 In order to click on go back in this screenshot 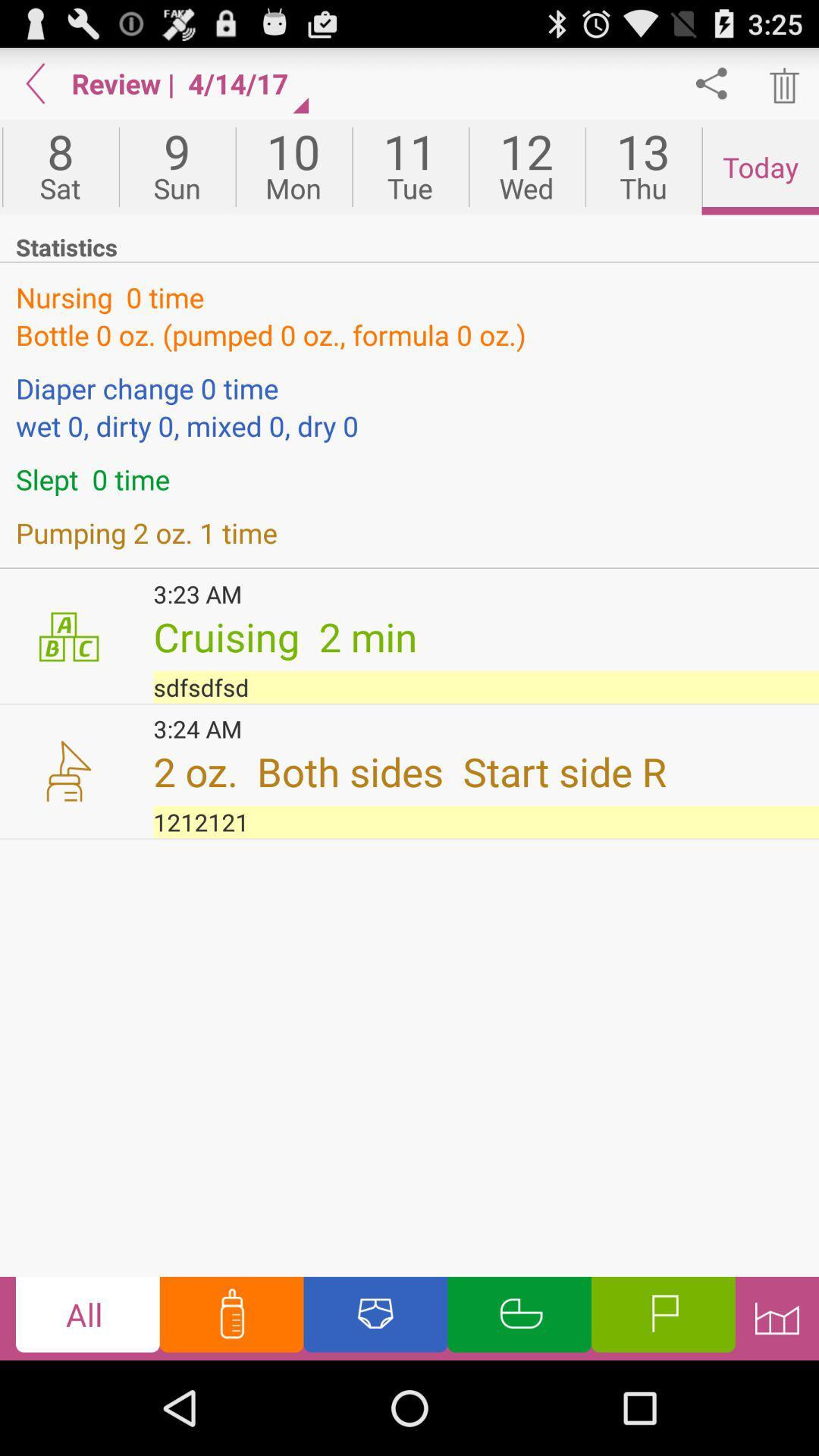, I will do `click(35, 83)`.